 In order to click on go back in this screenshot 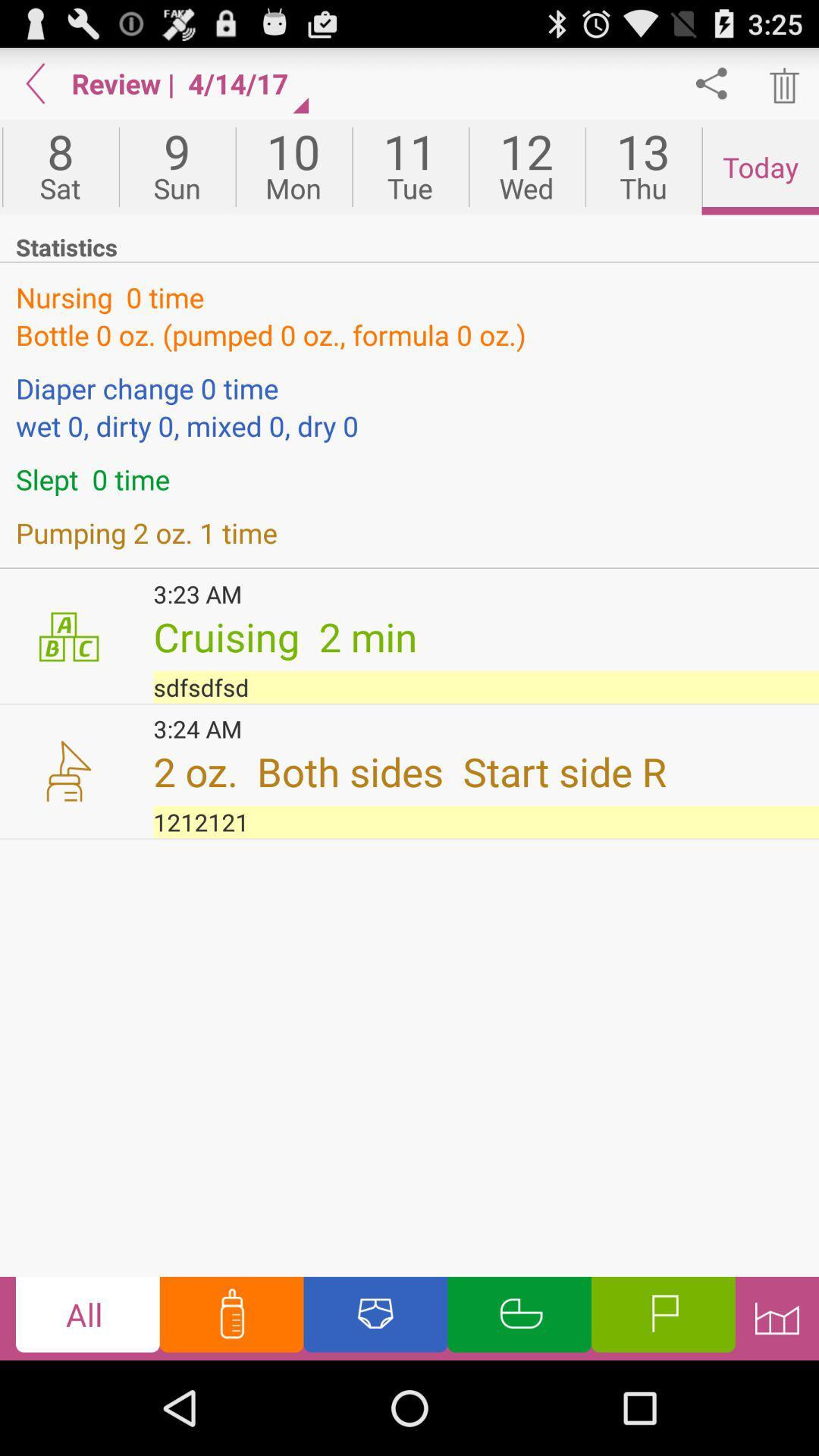, I will do `click(35, 83)`.